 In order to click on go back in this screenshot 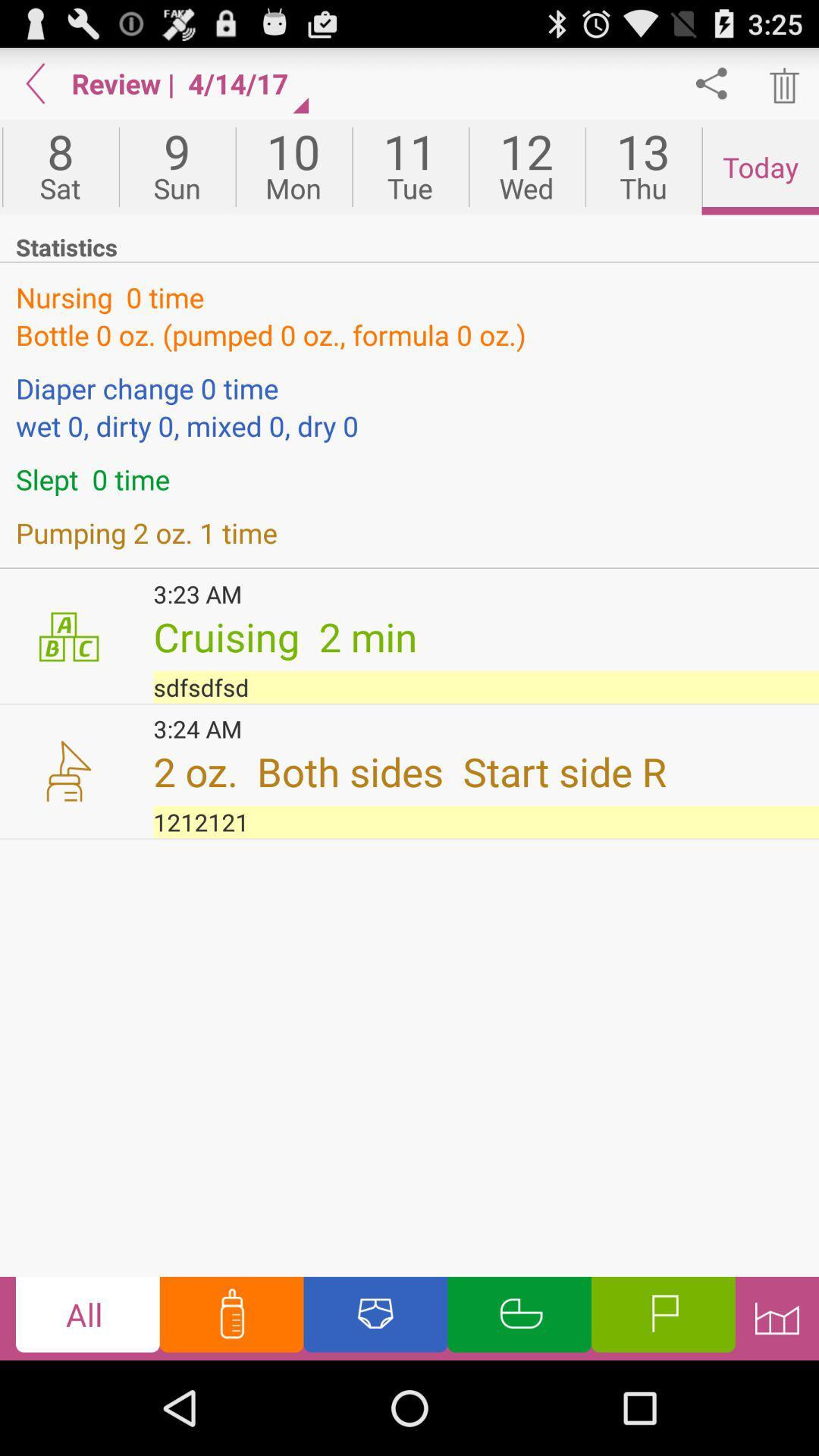, I will do `click(35, 83)`.